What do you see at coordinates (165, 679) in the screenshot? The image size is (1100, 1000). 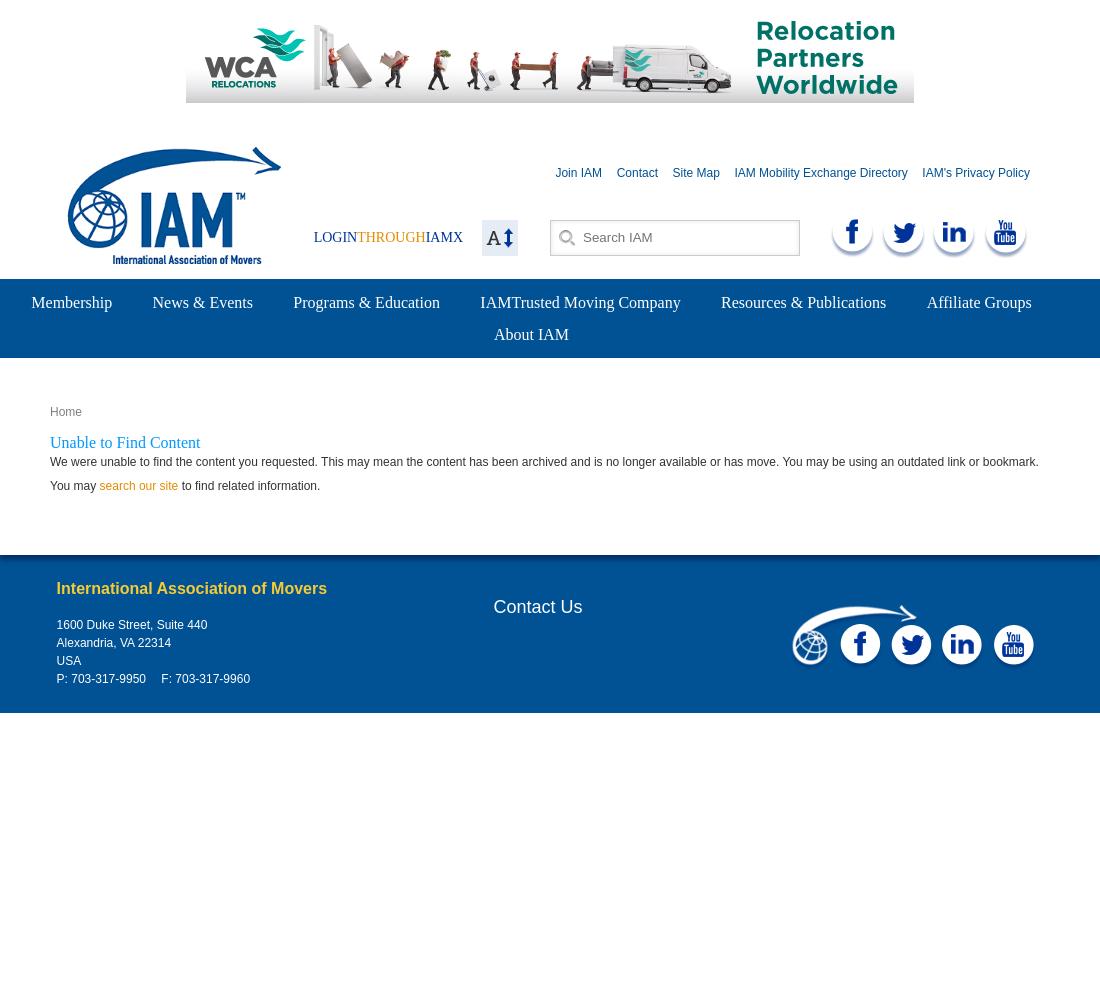 I see `'F:'` at bounding box center [165, 679].